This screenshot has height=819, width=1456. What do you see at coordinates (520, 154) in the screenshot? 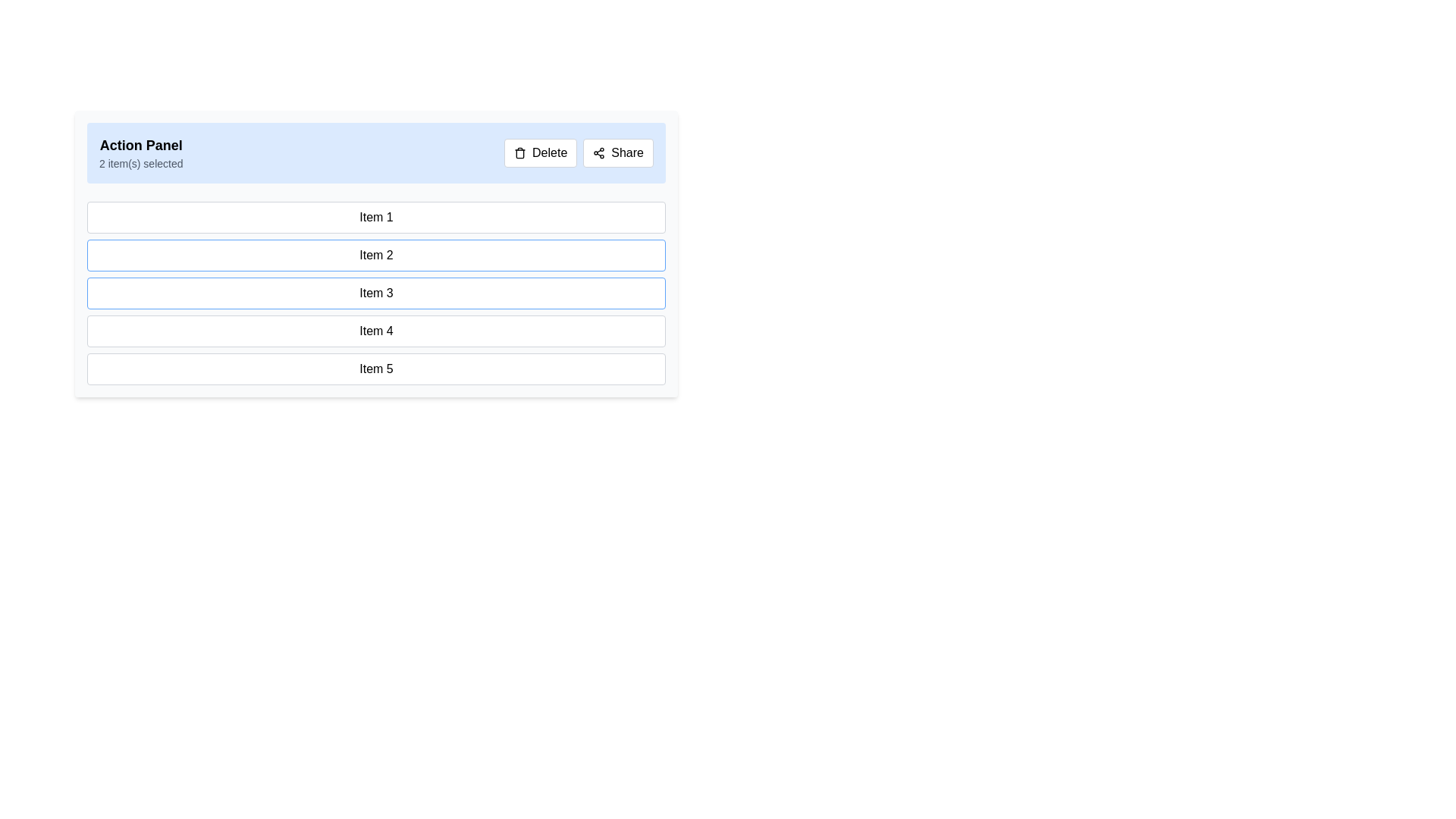
I see `the delete icon located at the top-right corner of the interface, embedded within the delete button` at bounding box center [520, 154].